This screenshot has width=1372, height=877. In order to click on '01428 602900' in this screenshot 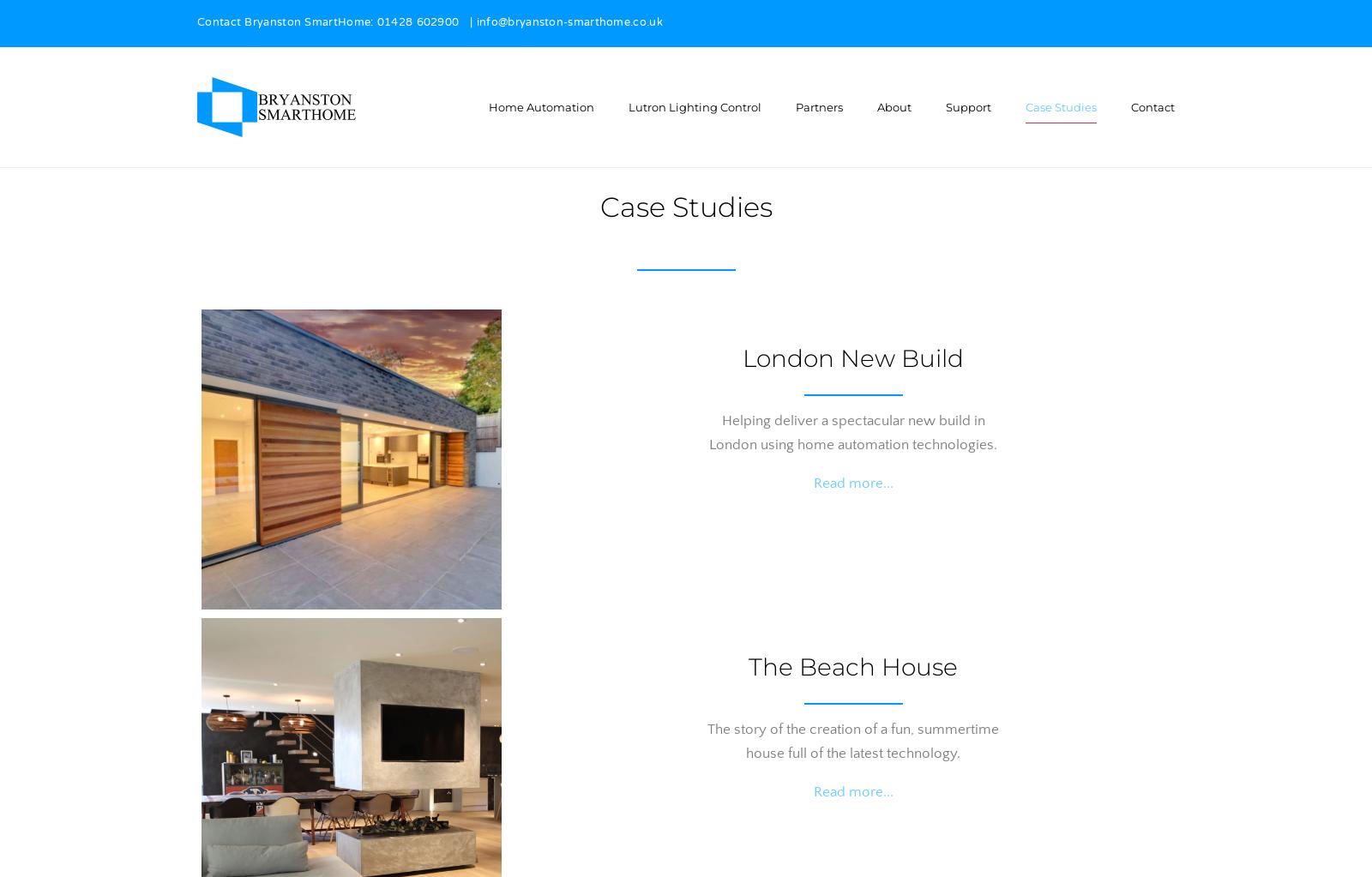, I will do `click(417, 23)`.